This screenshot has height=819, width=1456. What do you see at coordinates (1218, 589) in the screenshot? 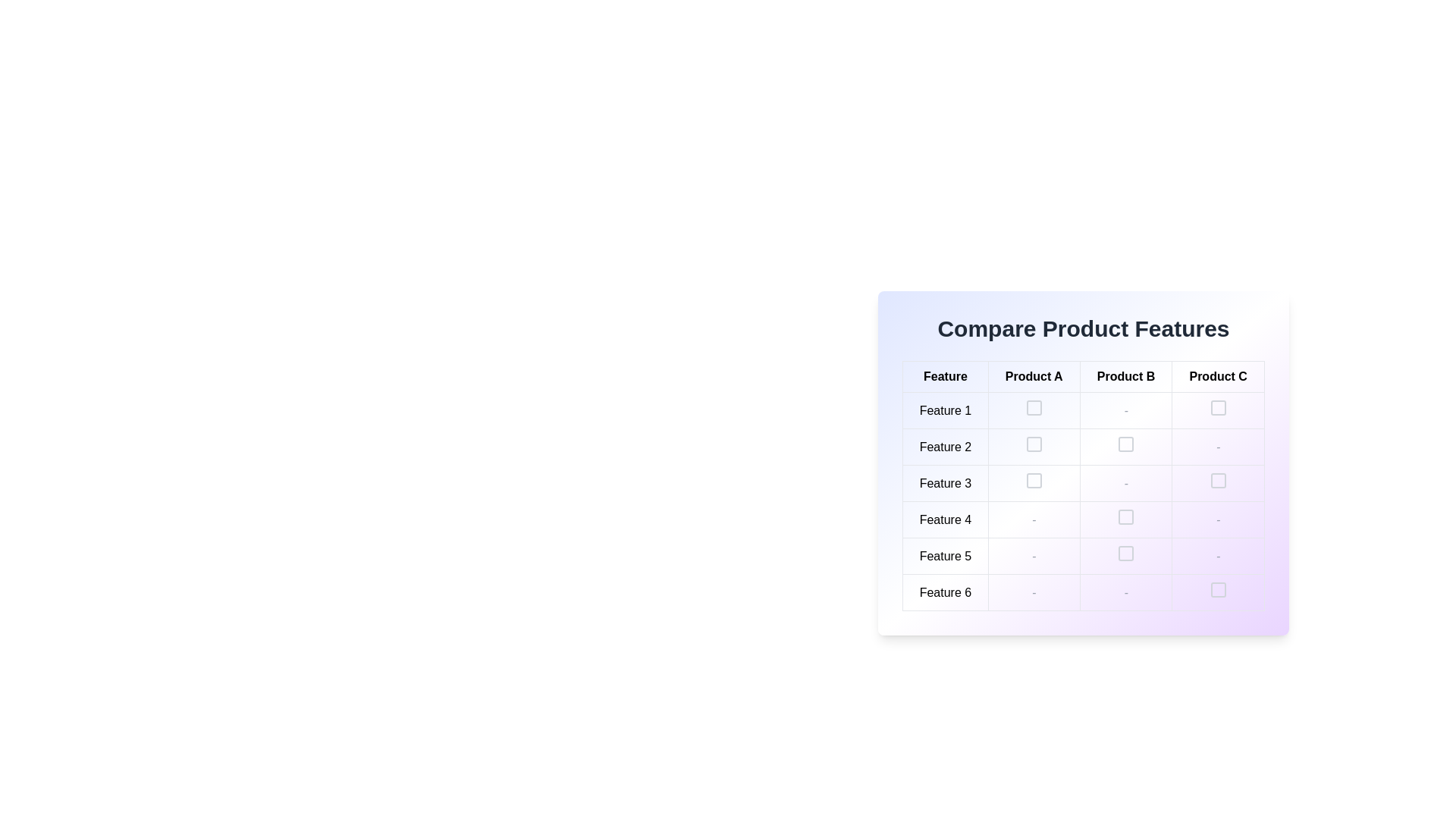
I see `the checkbox styled as a square with a light gray outline, located in the last row ('Feature 6') and last column ('Product C') of the table for keyboard interaction` at bounding box center [1218, 589].